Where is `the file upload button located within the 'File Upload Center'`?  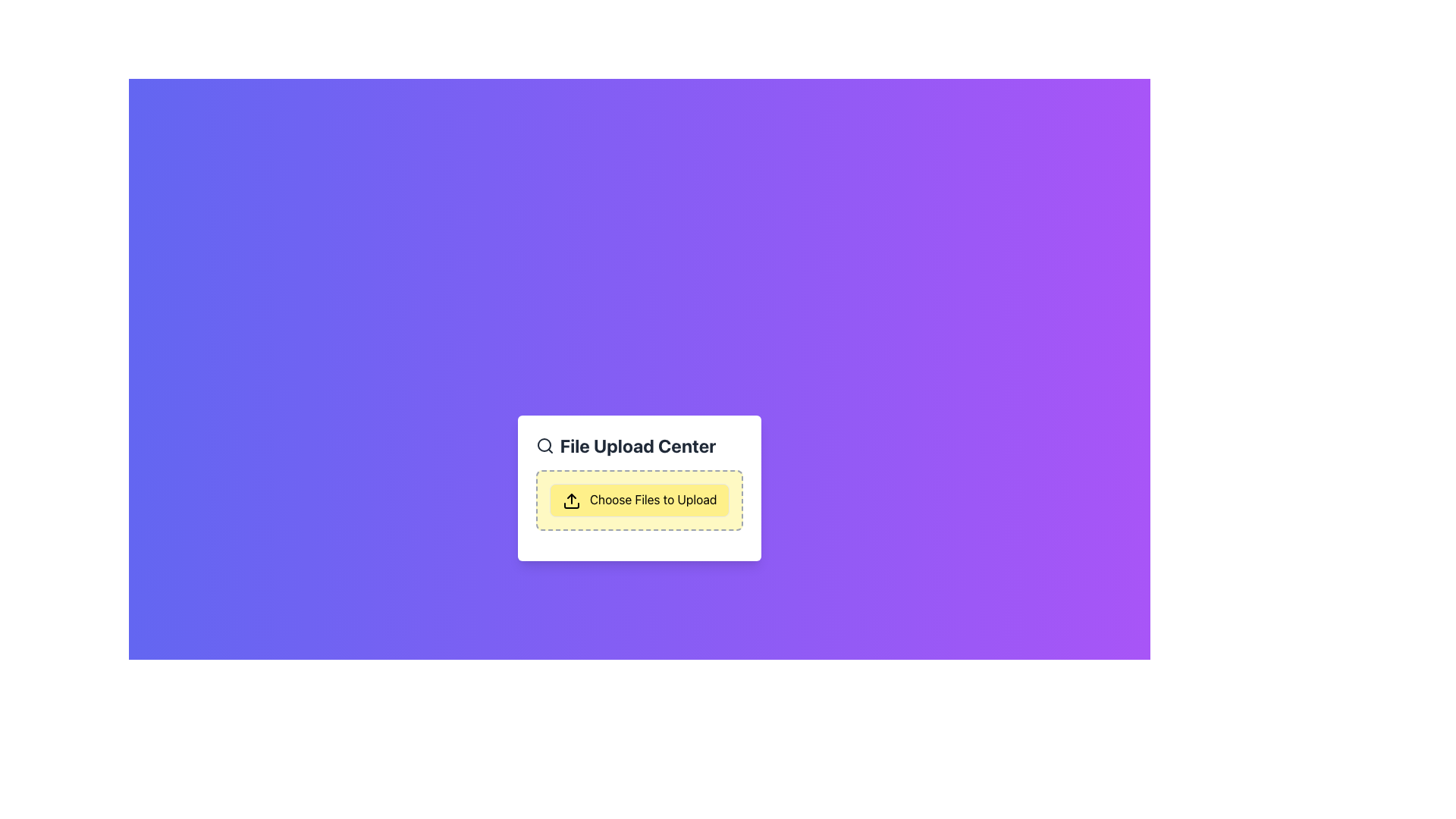
the file upload button located within the 'File Upload Center' is located at coordinates (639, 500).